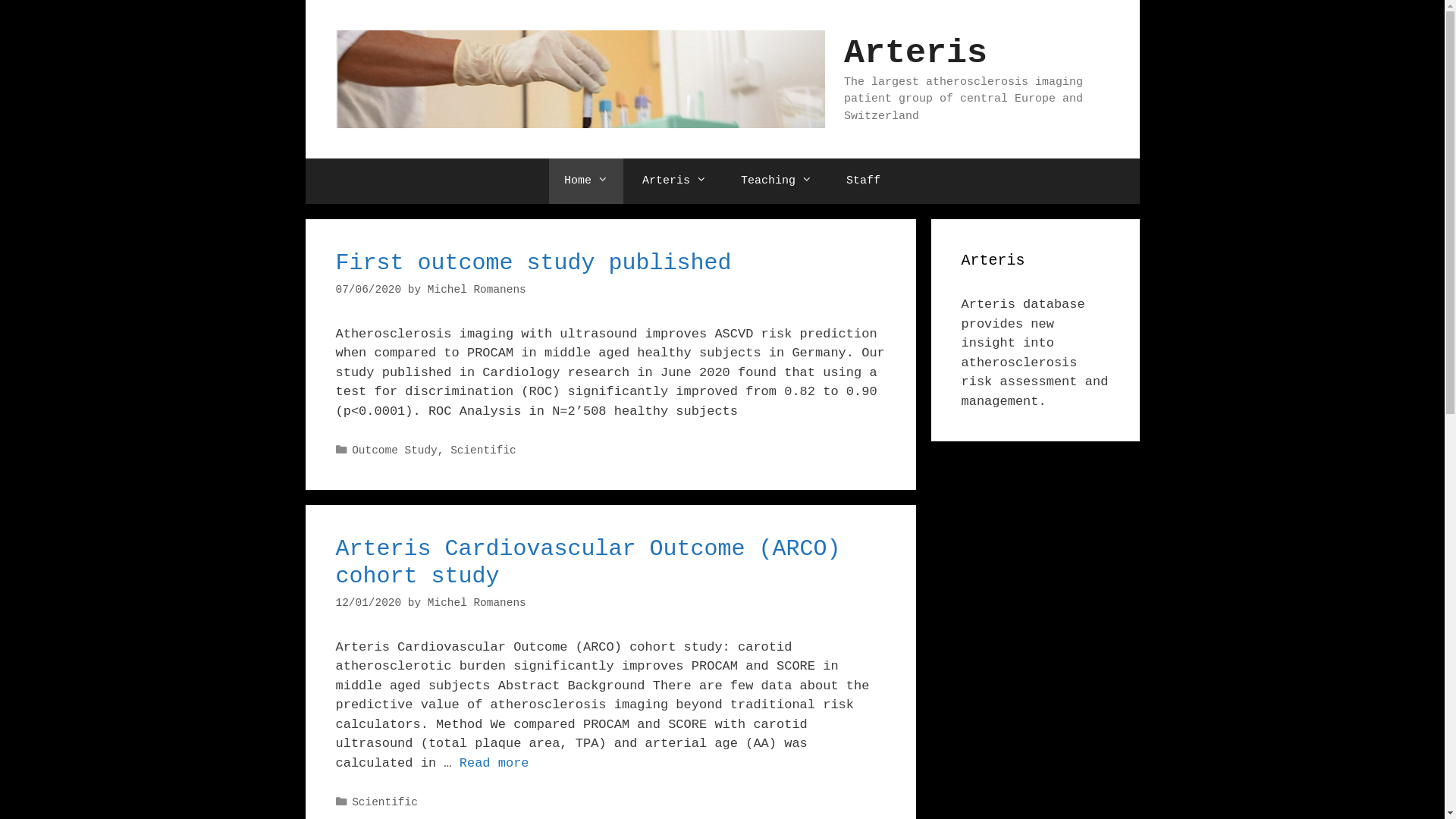 The image size is (1456, 819). What do you see at coordinates (384, 801) in the screenshot?
I see `'Scientific'` at bounding box center [384, 801].